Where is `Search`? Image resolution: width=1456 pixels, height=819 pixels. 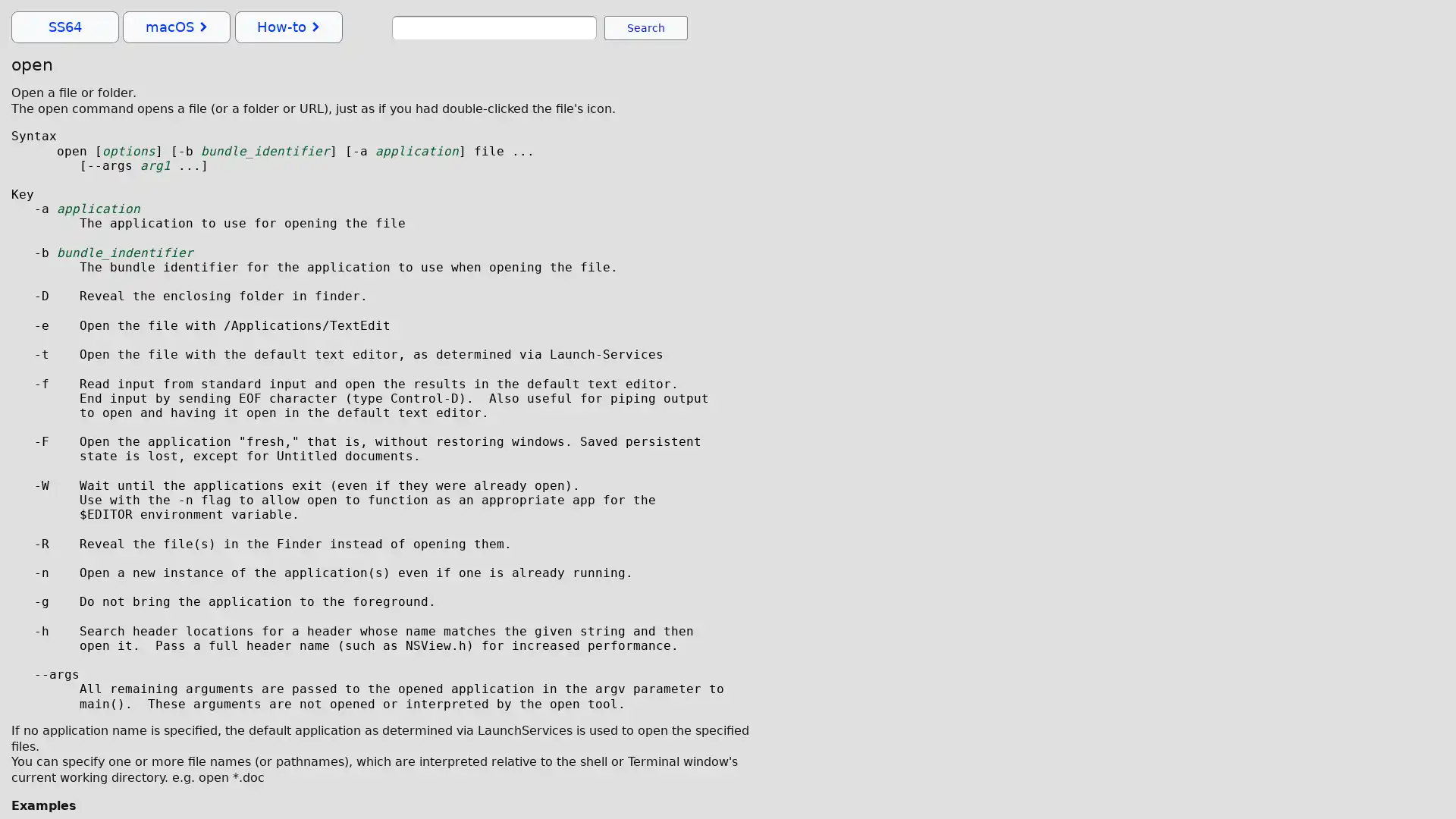
Search is located at coordinates (645, 28).